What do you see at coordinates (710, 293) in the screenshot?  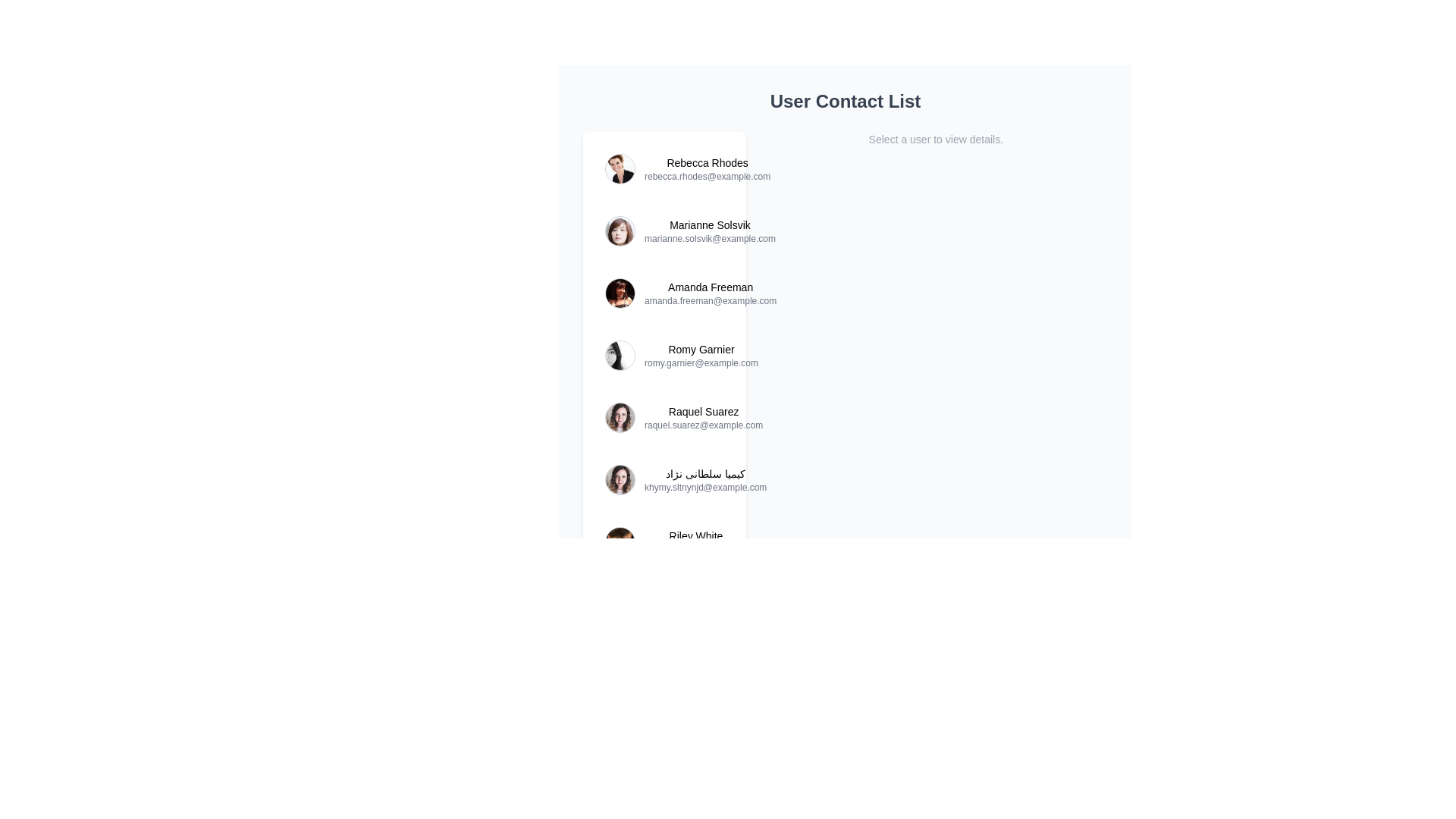 I see `text displayed in the Text block for the user 'Amanda Freeman', which includes her name in bold and her email address beneath it` at bounding box center [710, 293].